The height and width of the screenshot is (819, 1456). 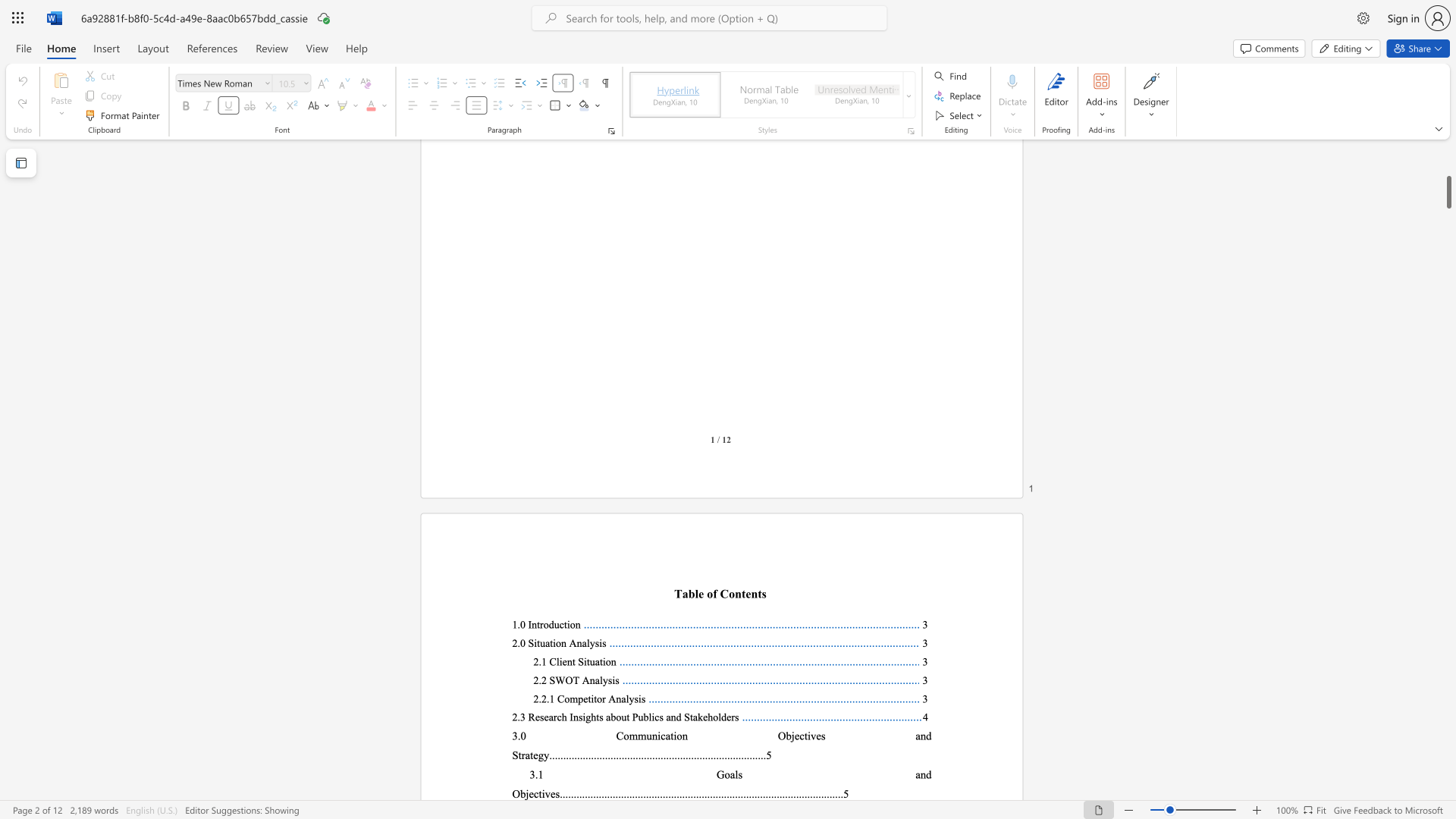 I want to click on the 2th character "e" in the text, so click(x=552, y=792).